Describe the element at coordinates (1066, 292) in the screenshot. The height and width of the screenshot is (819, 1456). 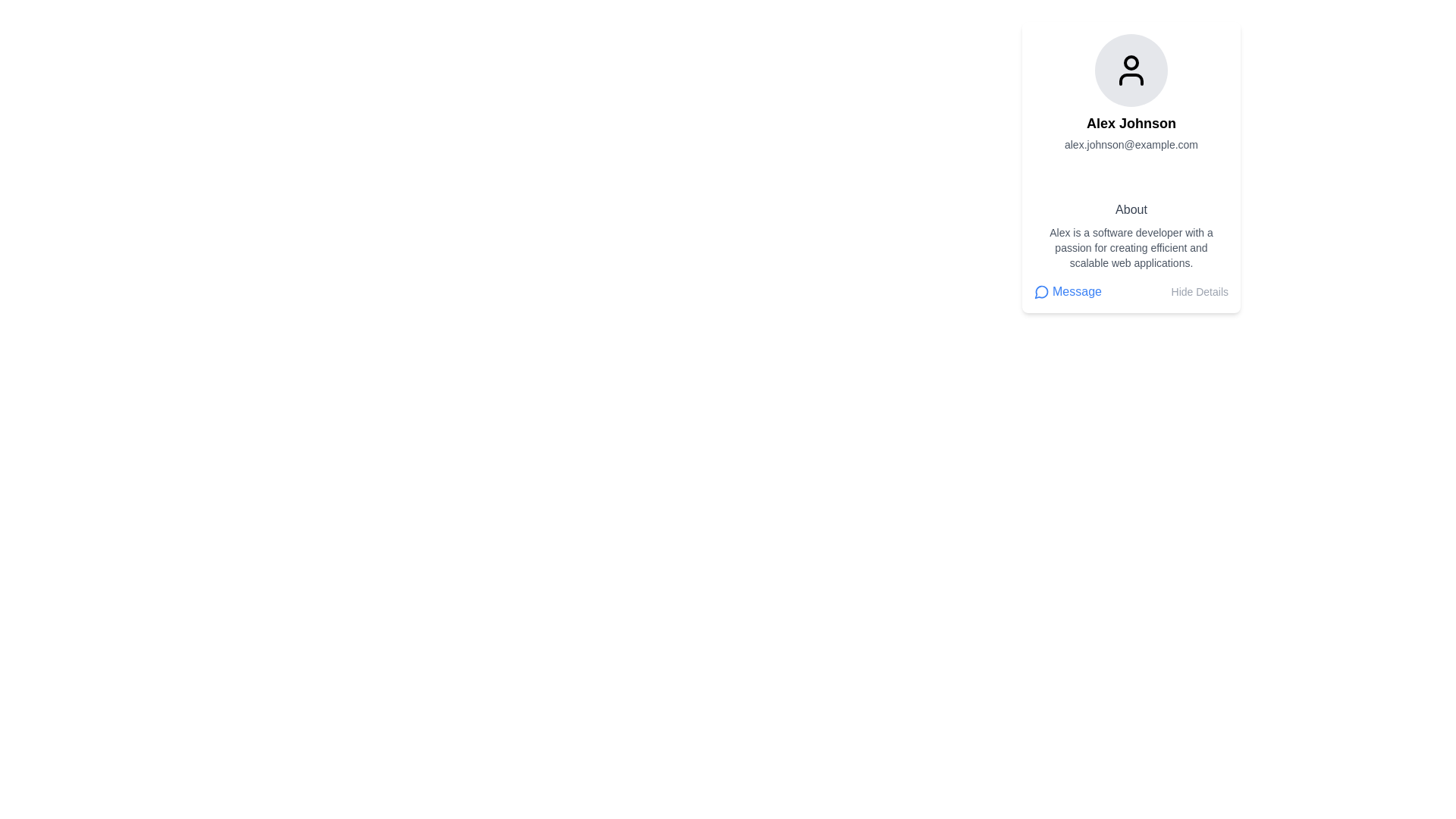
I see `the 'Message' text label styled in blue, which is accompanied by a speech bubble icon, located` at that location.